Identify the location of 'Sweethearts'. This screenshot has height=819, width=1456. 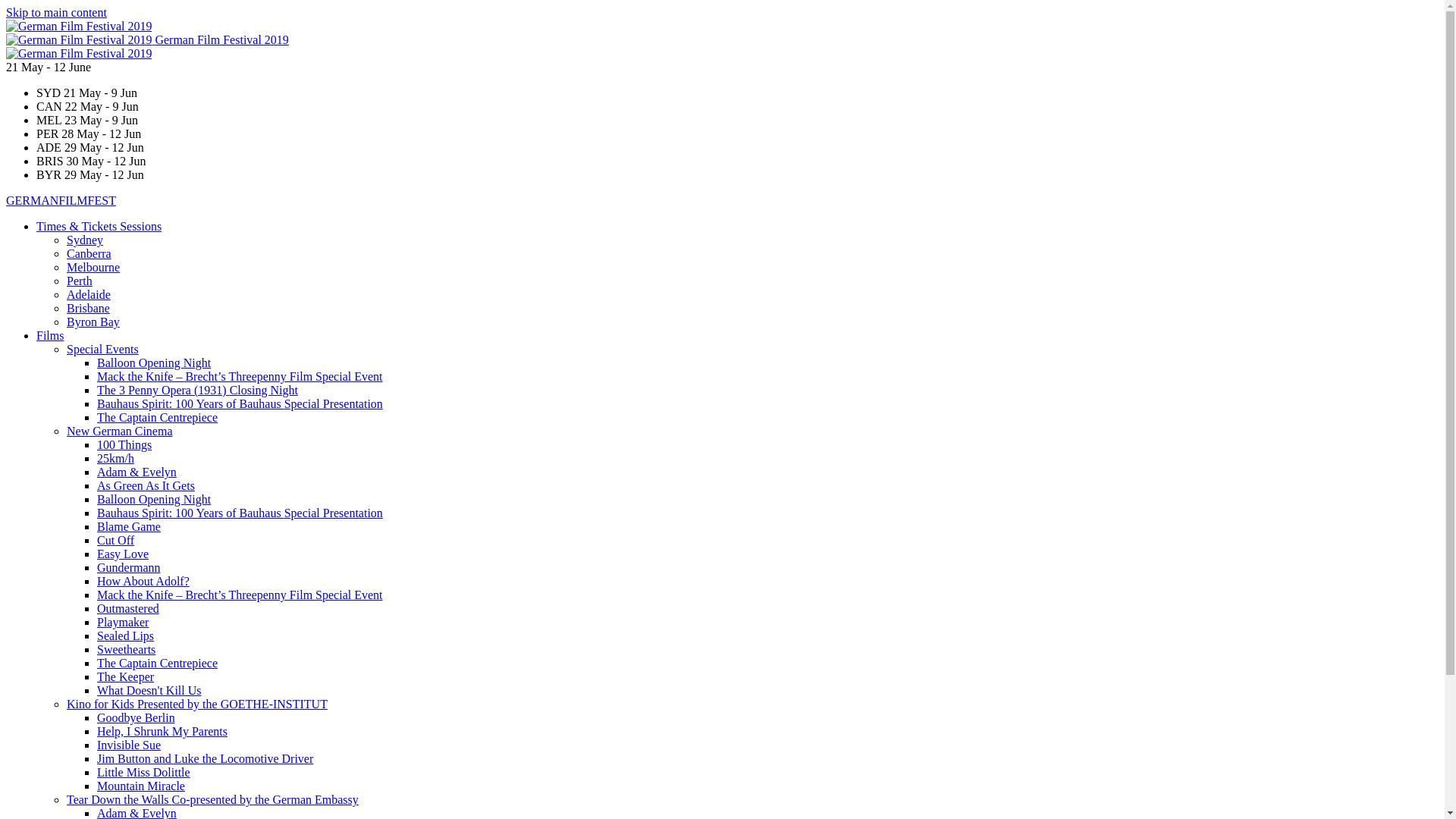
(126, 648).